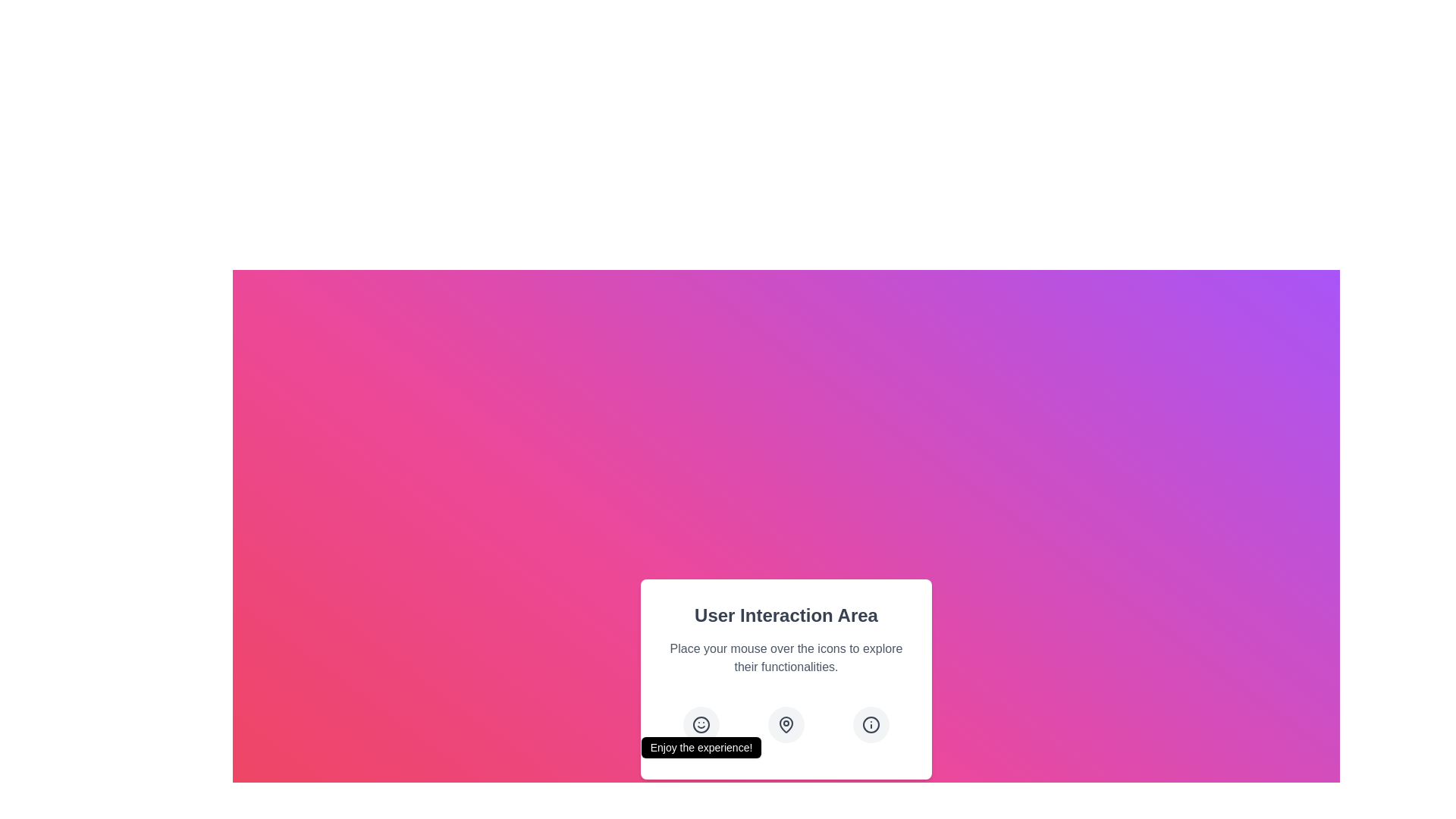 This screenshot has width=1456, height=819. I want to click on instructions displayed in the muted gray text saying 'Place your mouse over the icons to explore their functionalities.' which is located in a rectangular card below the title 'User Interaction Area', so click(786, 657).